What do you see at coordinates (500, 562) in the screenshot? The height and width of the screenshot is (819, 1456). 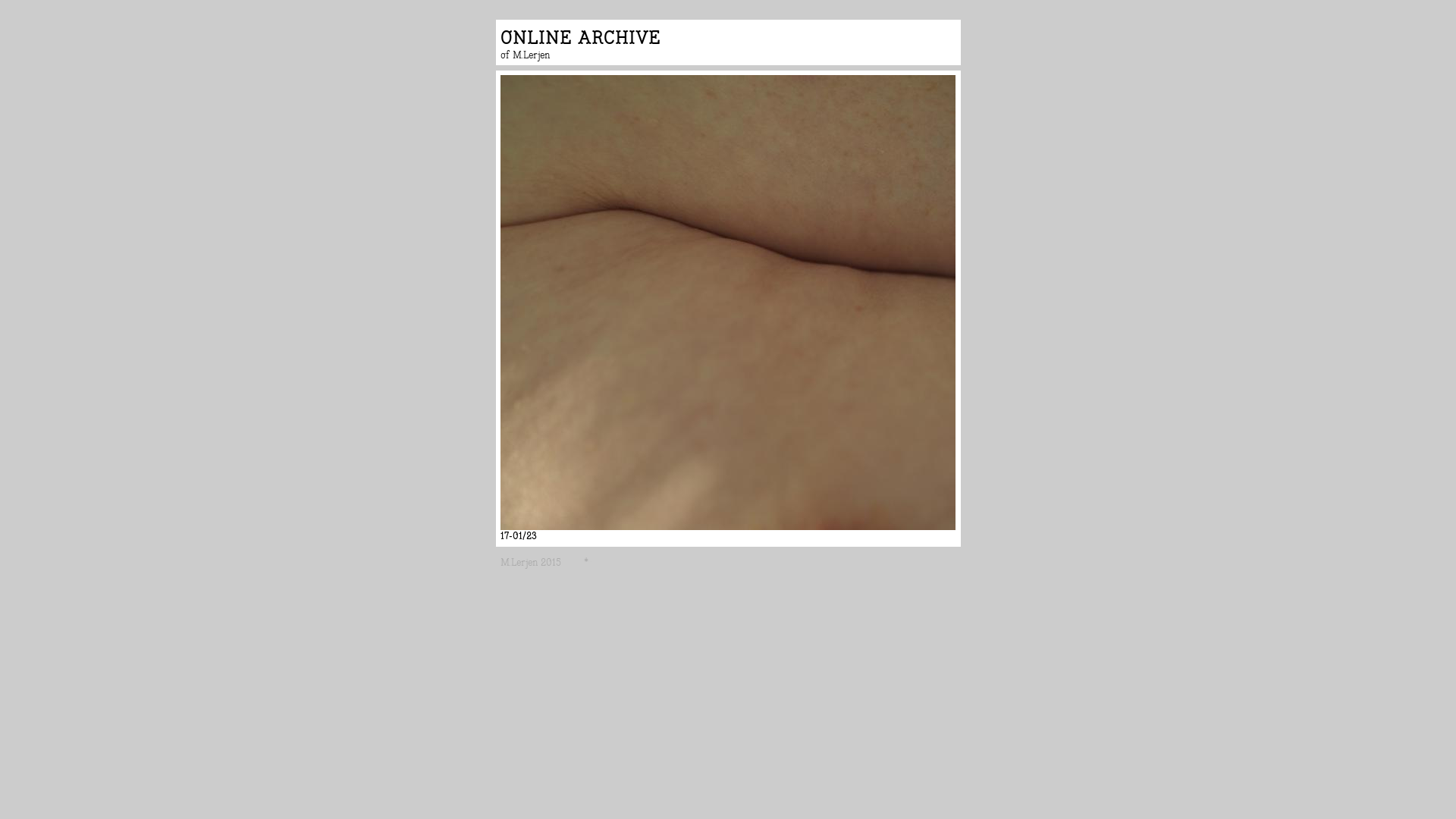 I see `'M.Lerjen 2015'` at bounding box center [500, 562].